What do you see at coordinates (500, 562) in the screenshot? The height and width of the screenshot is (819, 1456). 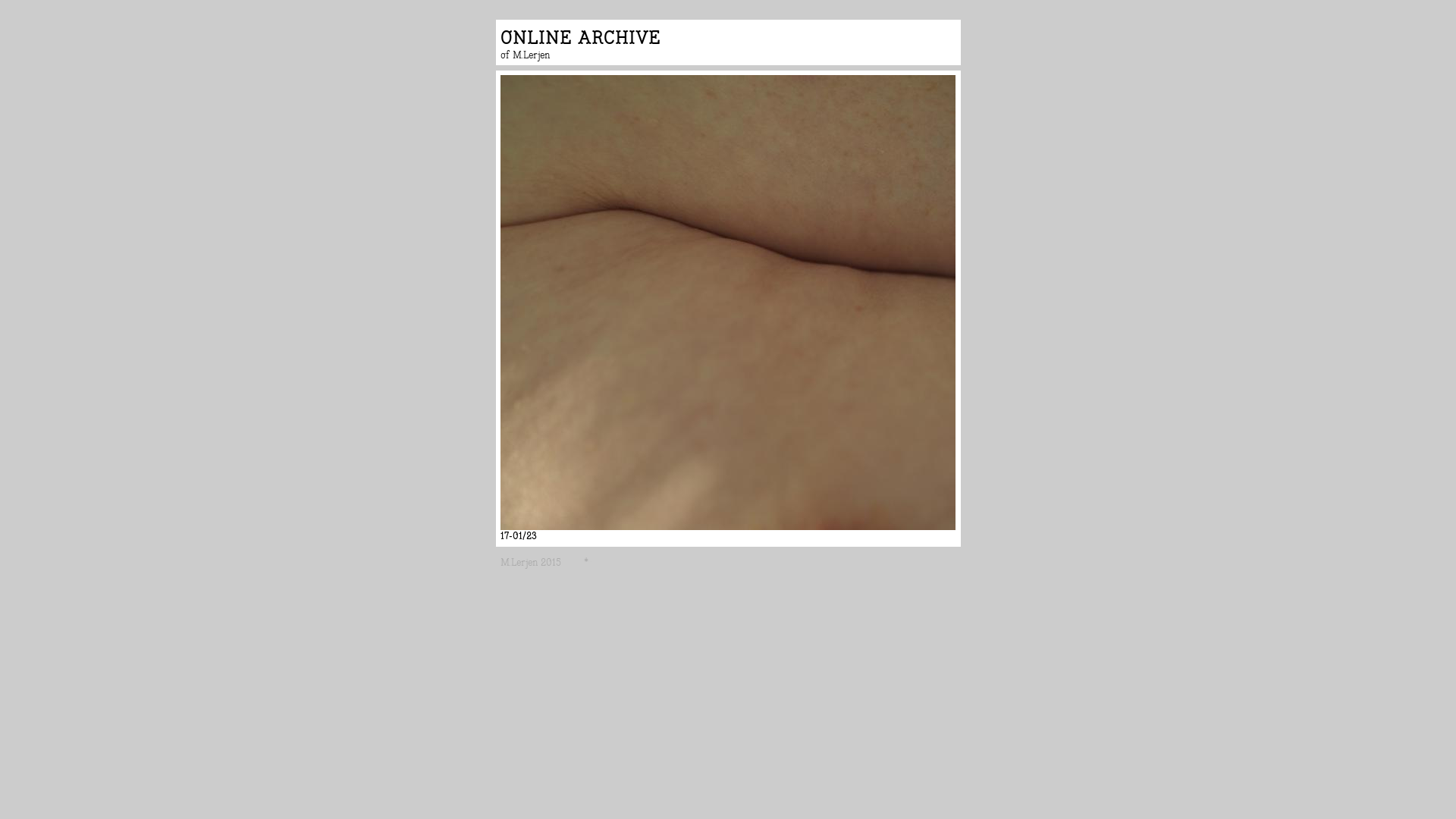 I see `'M.Lerjen 2015'` at bounding box center [500, 562].